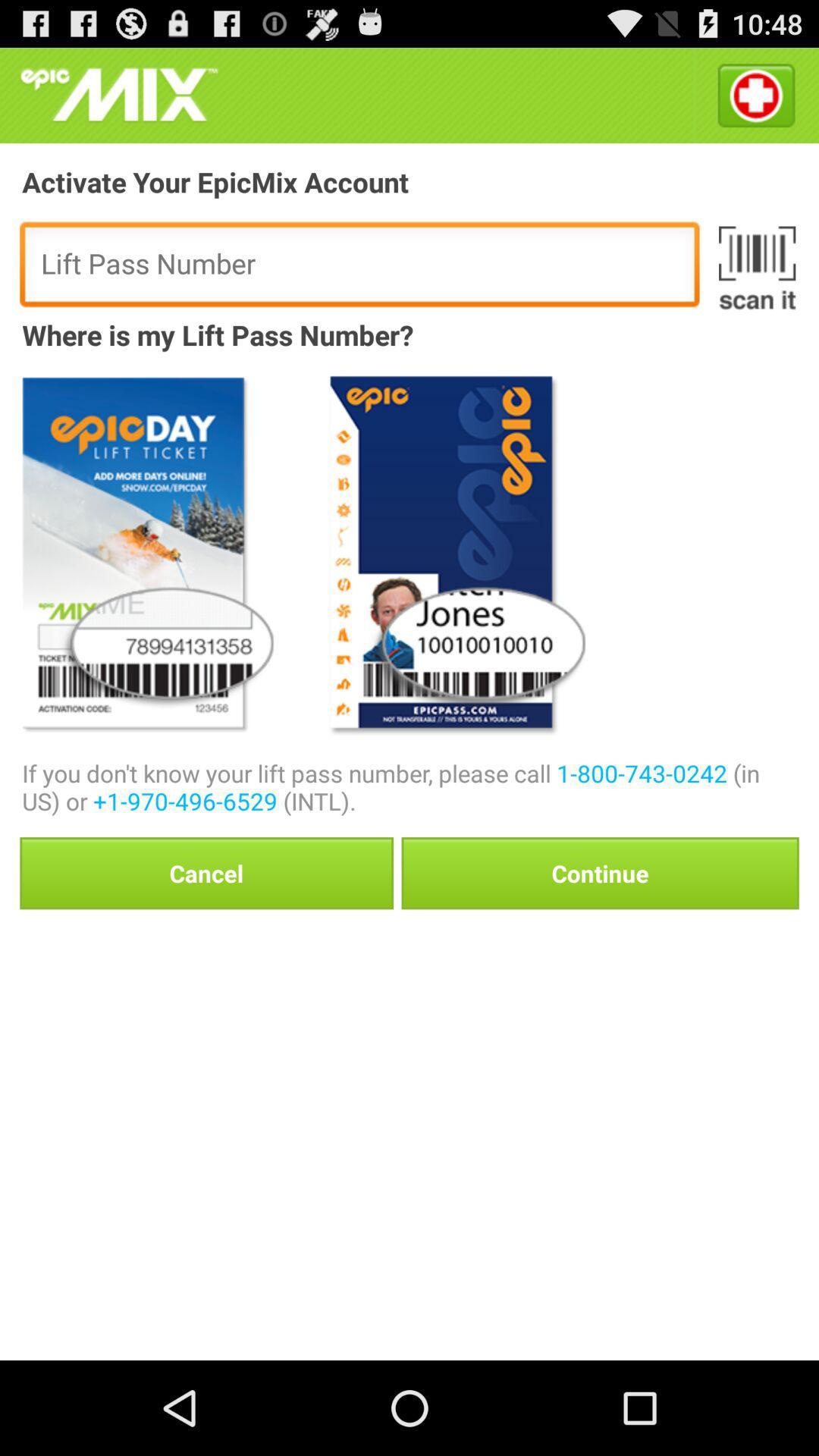 The height and width of the screenshot is (1456, 819). I want to click on the item below activate your epicmix icon, so click(757, 268).